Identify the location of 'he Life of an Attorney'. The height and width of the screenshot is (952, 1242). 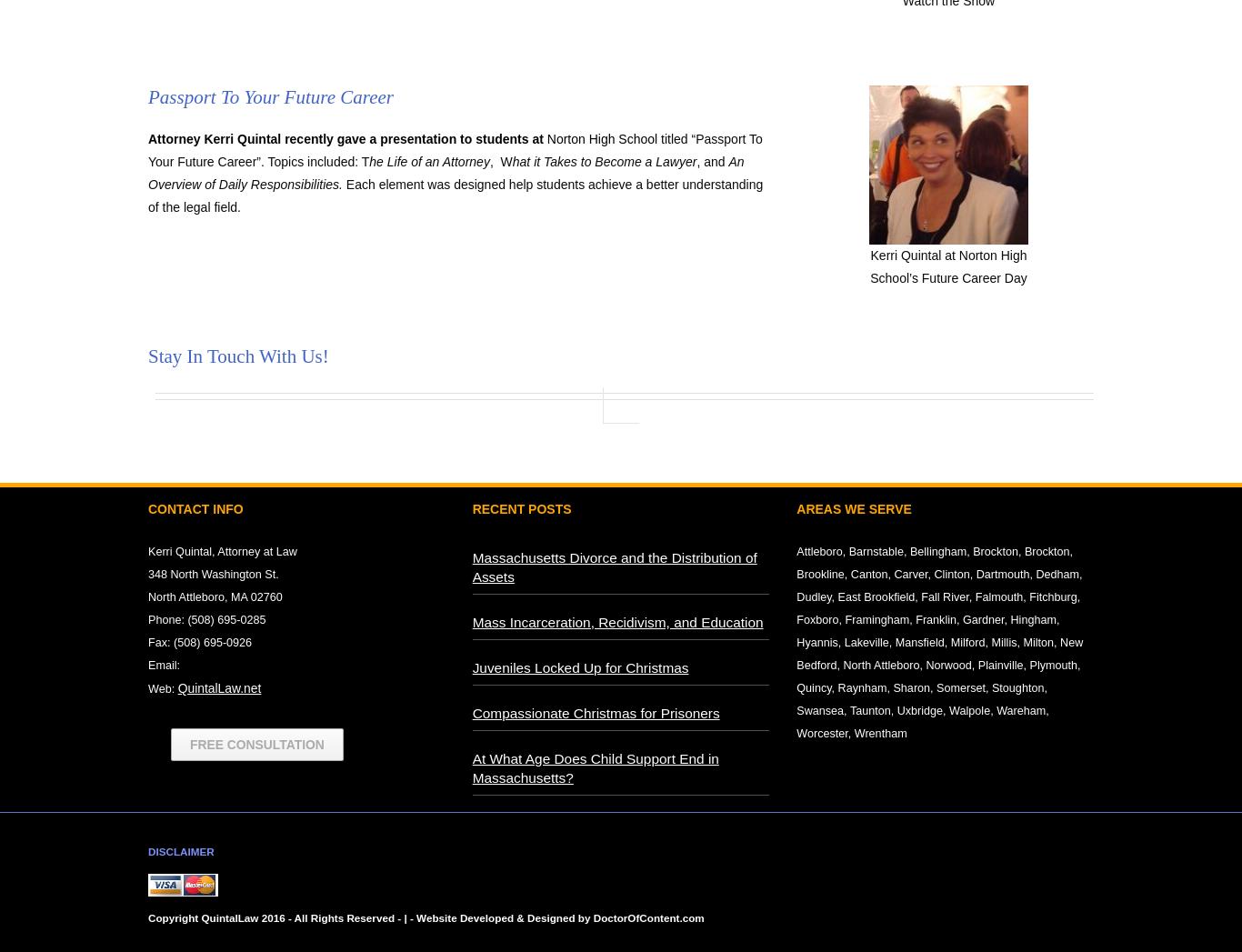
(428, 161).